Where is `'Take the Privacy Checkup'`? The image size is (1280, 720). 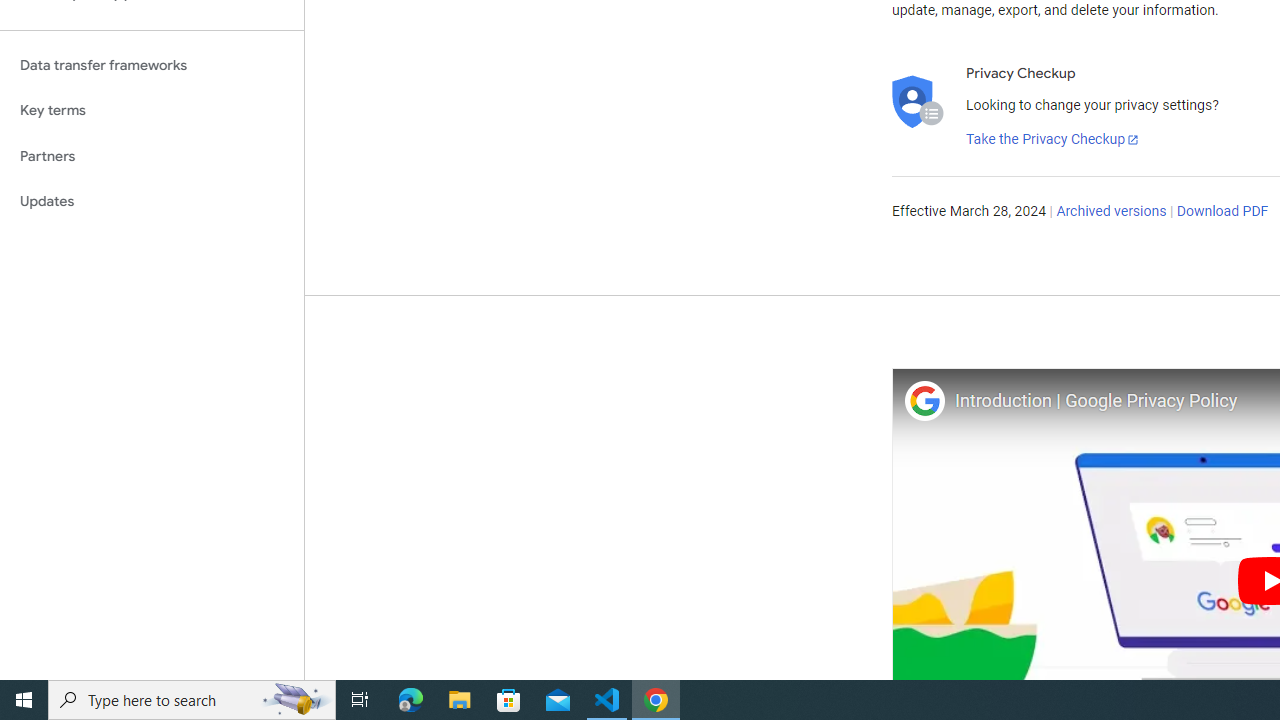
'Take the Privacy Checkup' is located at coordinates (1052, 139).